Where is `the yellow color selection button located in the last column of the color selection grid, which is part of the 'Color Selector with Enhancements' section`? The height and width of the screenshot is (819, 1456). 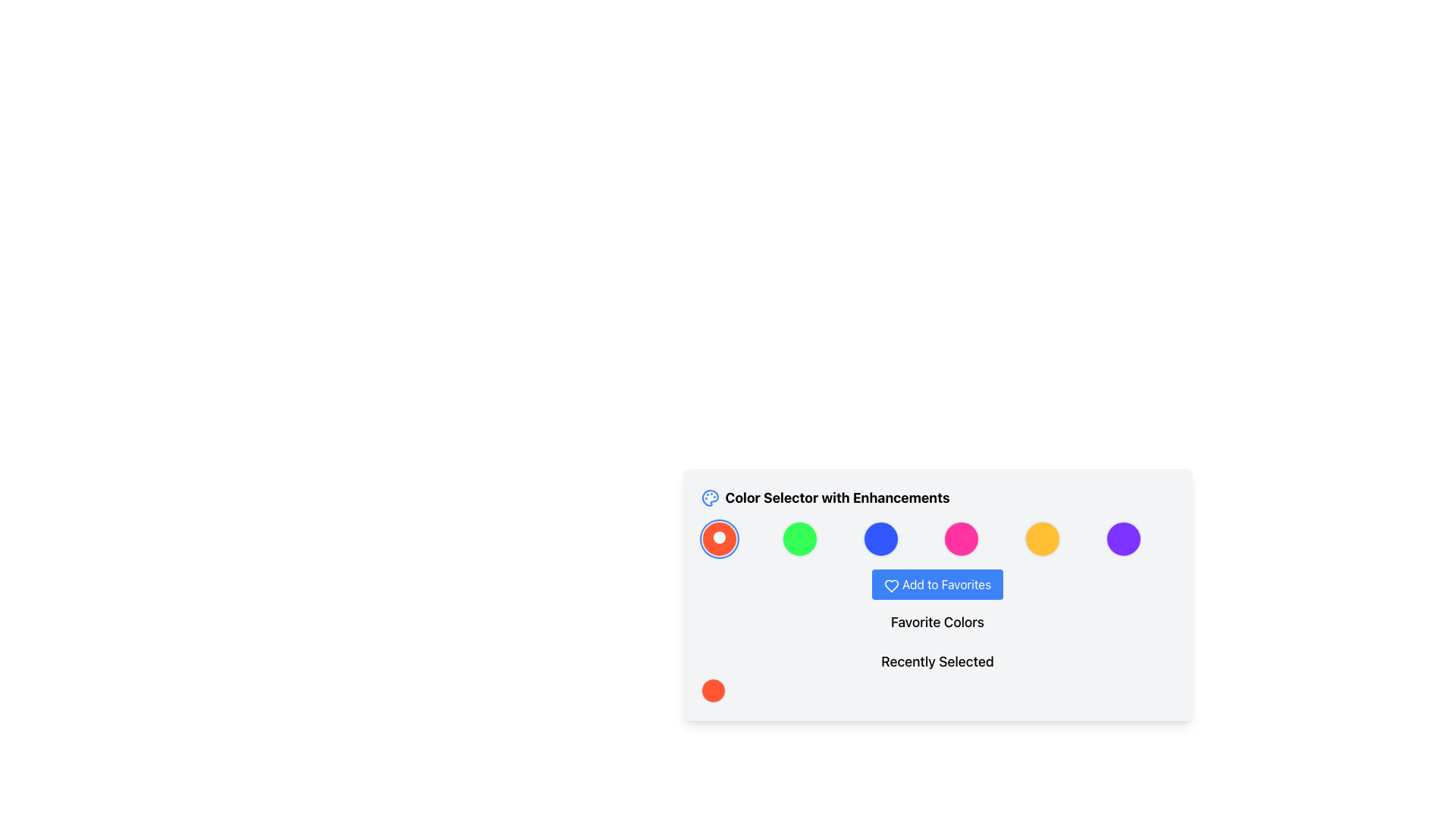 the yellow color selection button located in the last column of the color selection grid, which is part of the 'Color Selector with Enhancements' section is located at coordinates (1042, 538).